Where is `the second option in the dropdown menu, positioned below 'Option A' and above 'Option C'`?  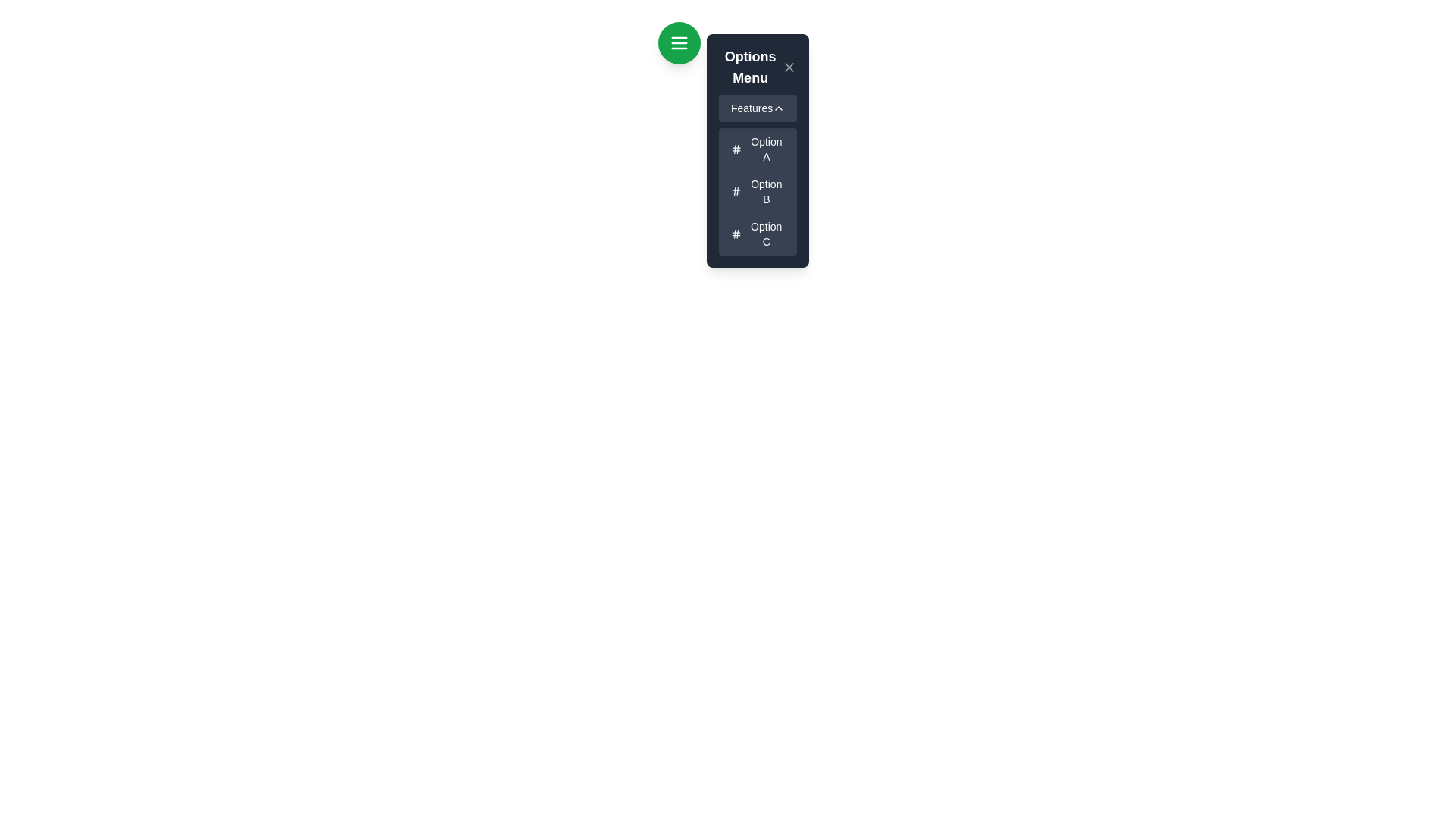 the second option in the dropdown menu, positioned below 'Option A' and above 'Option C' is located at coordinates (758, 191).